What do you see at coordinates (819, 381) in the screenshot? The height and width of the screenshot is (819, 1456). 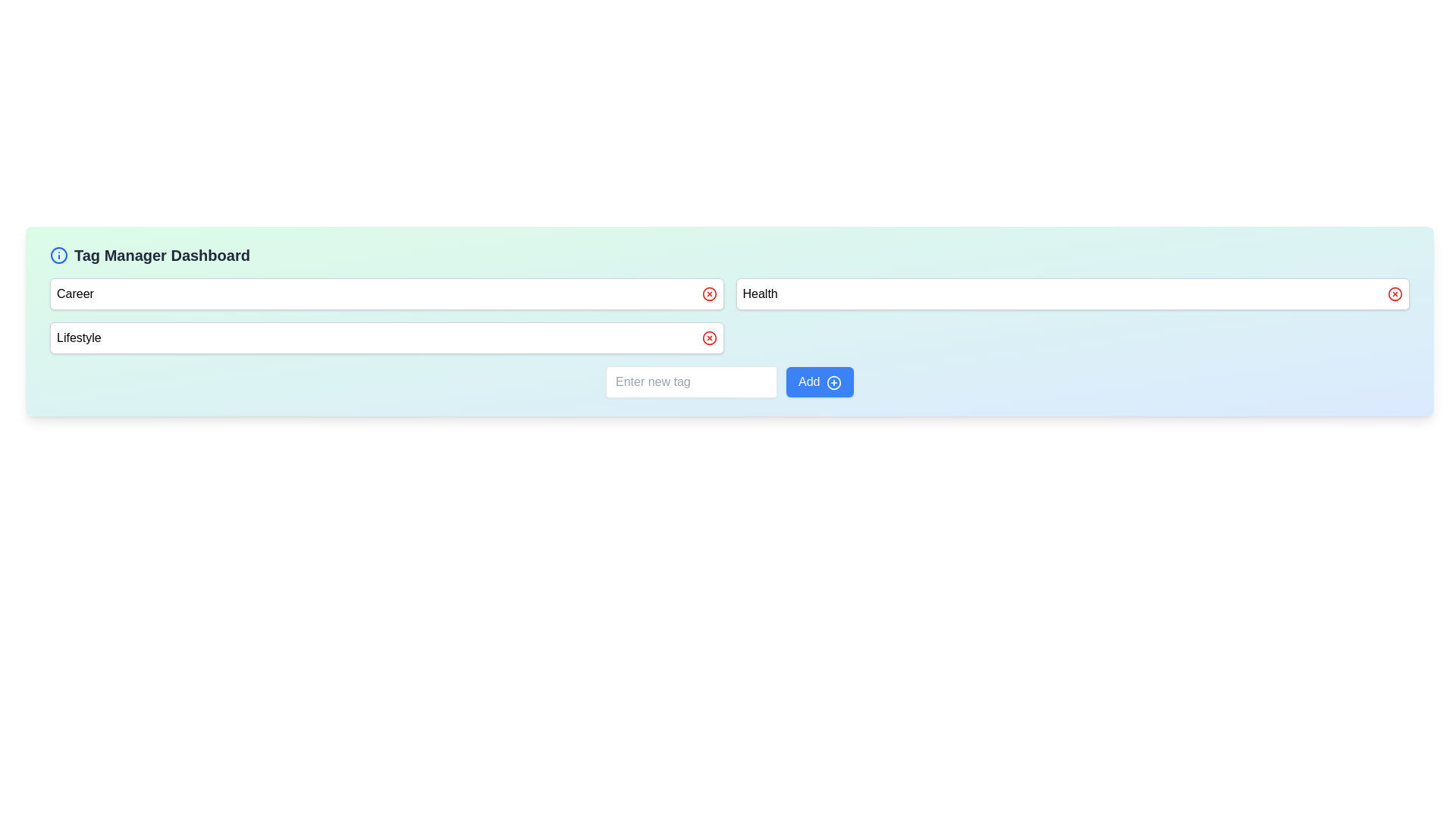 I see `the 'Add Tag' button located to the right of the 'Enter new tag' input field` at bounding box center [819, 381].